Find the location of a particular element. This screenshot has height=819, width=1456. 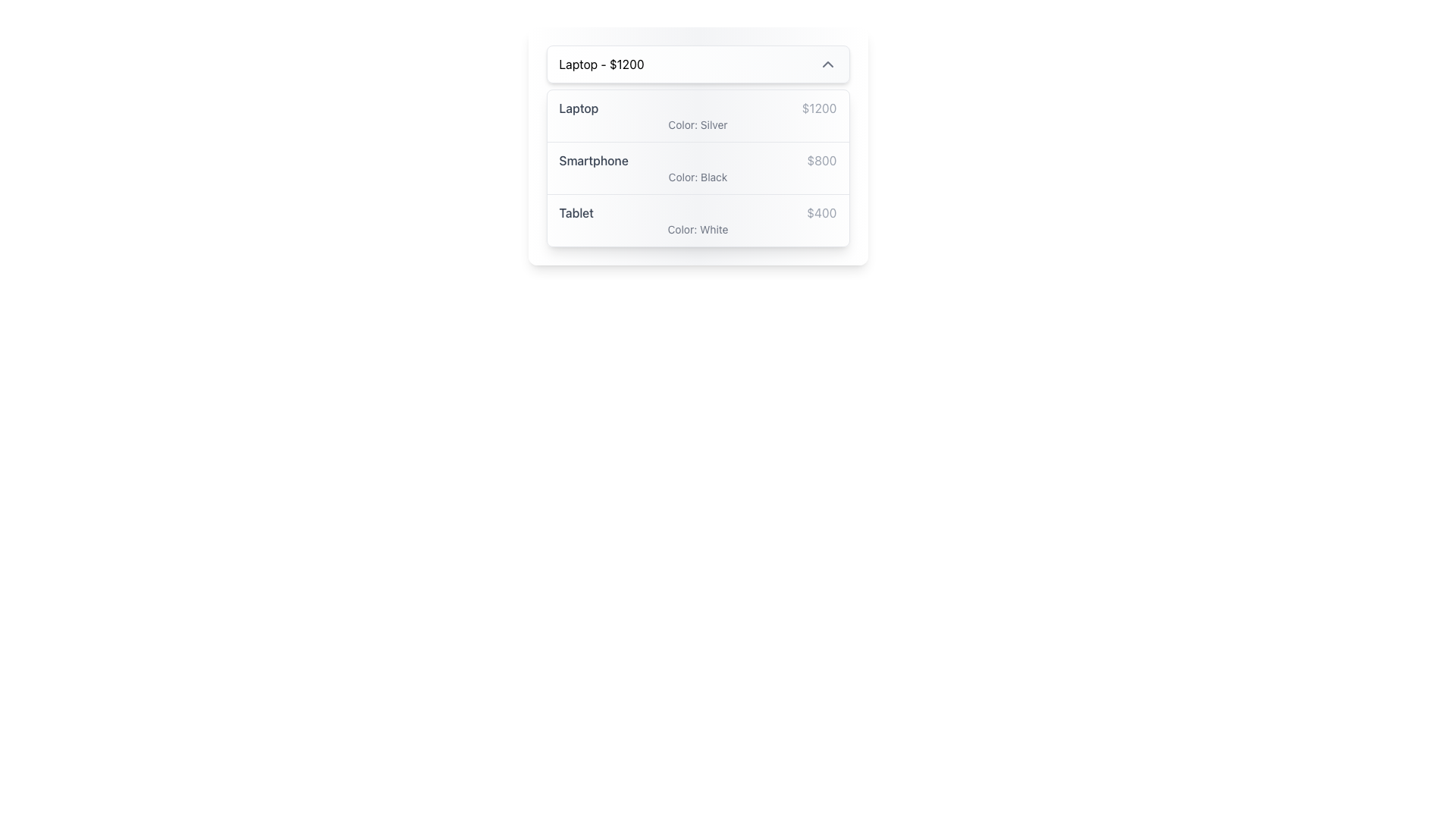

the Label element displaying the value '$1200' in gray font color, positioned to the right of 'Laptop' in the first row of a card-like interface is located at coordinates (818, 107).